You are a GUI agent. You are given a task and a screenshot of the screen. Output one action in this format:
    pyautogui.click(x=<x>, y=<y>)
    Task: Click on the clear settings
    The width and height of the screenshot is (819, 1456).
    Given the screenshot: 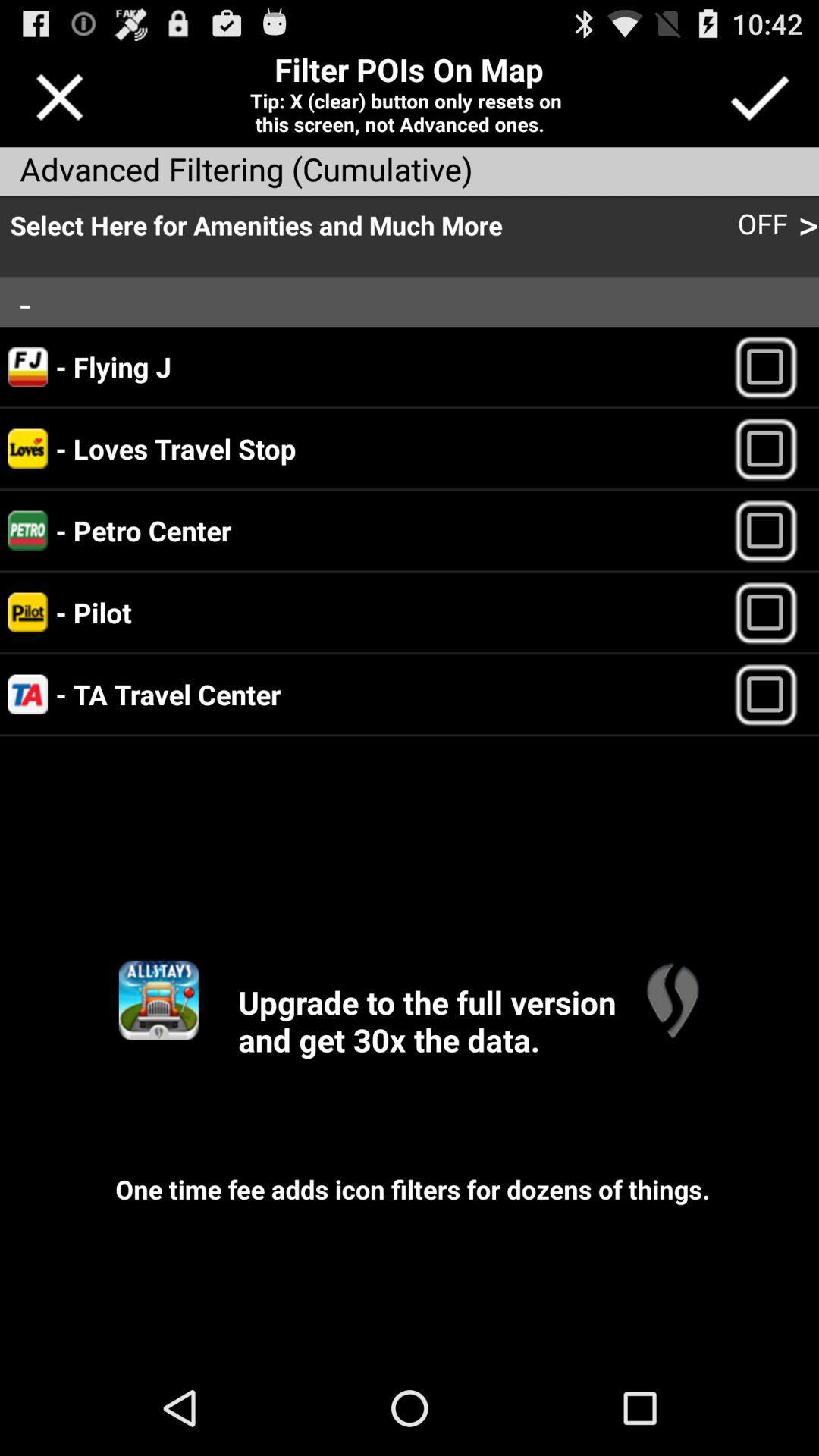 What is the action you would take?
    pyautogui.click(x=58, y=96)
    